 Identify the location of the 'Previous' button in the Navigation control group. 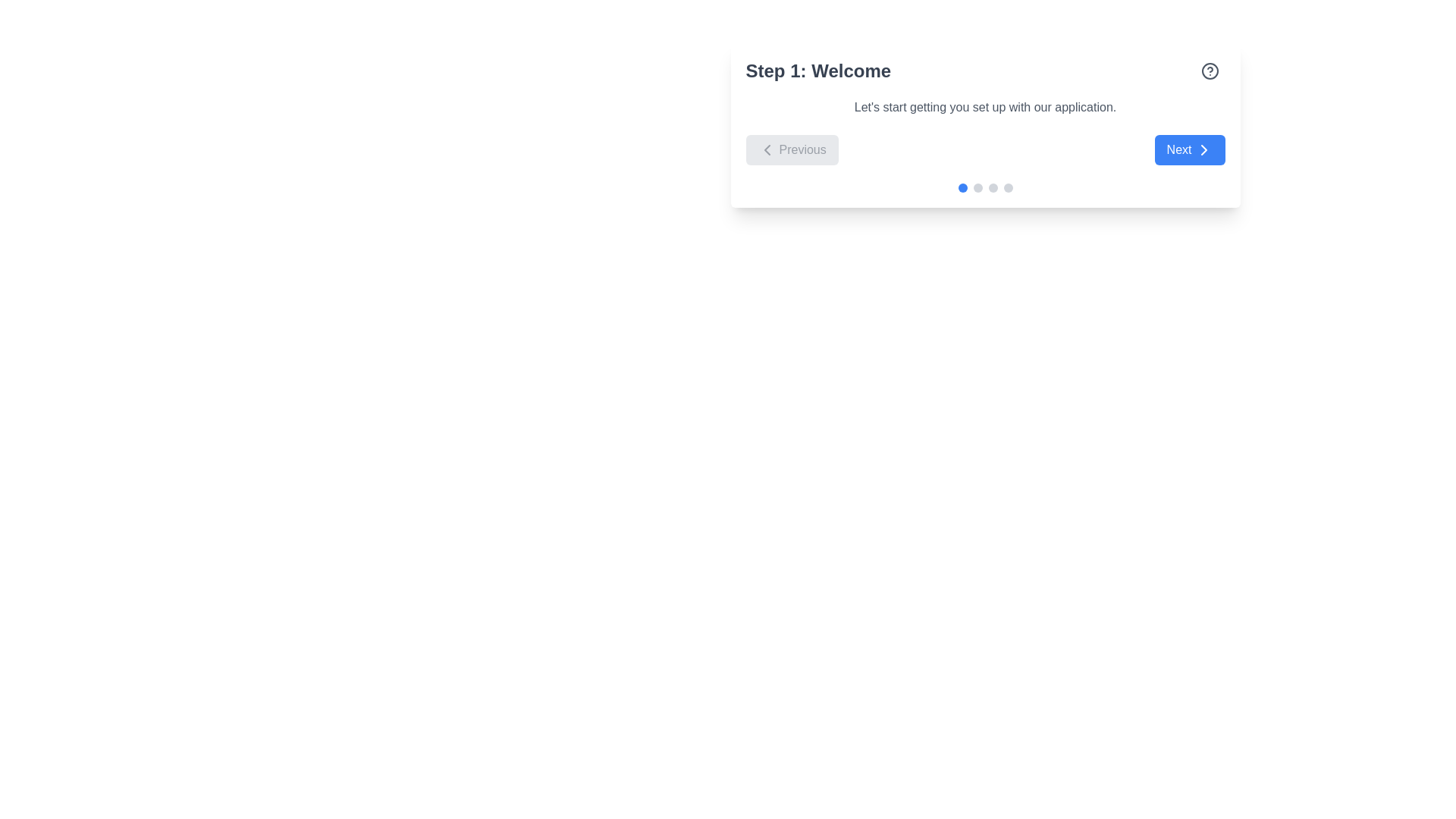
(985, 149).